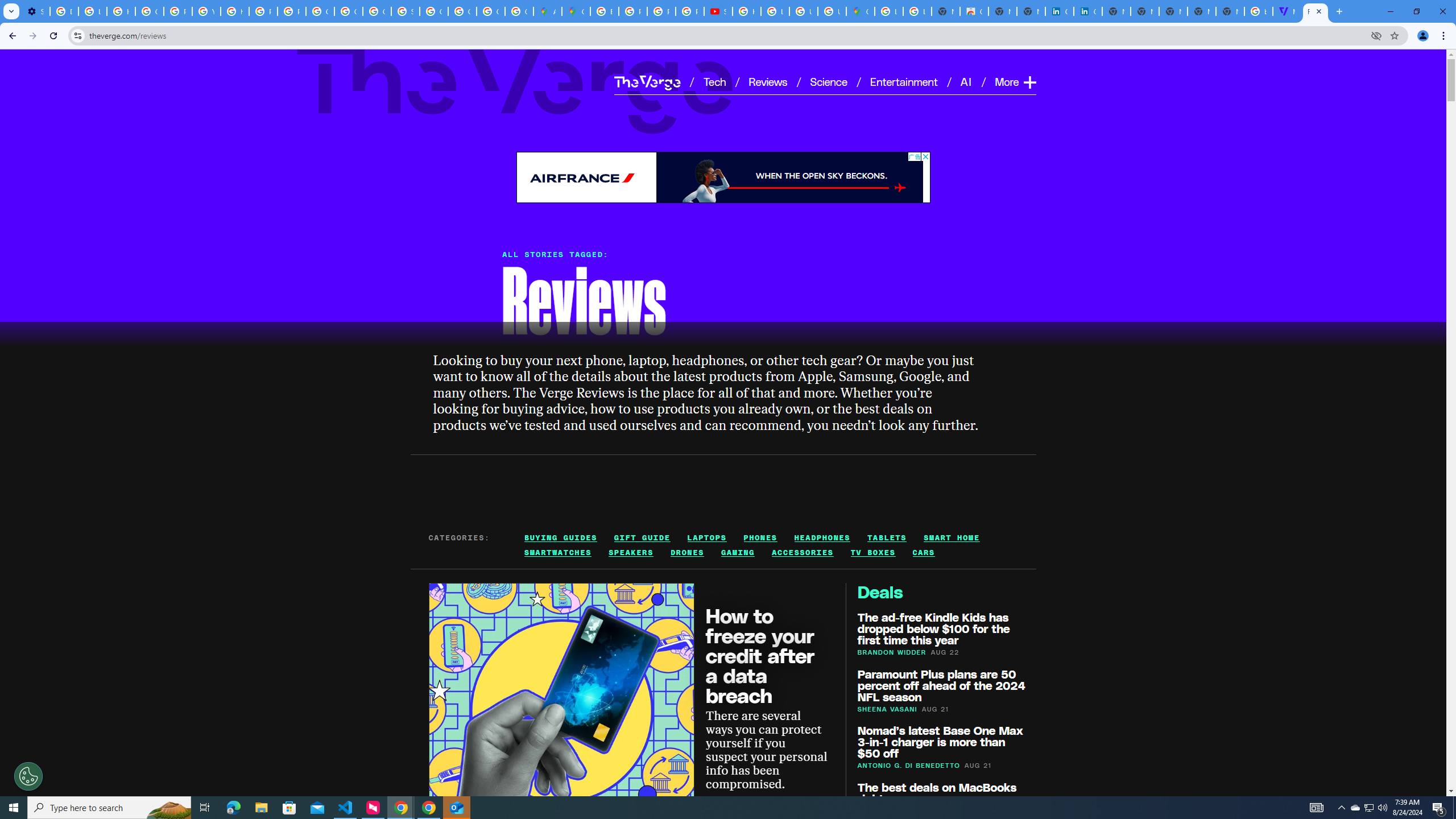 The height and width of the screenshot is (819, 1456). What do you see at coordinates (872, 553) in the screenshot?
I see `'TV BOXES'` at bounding box center [872, 553].